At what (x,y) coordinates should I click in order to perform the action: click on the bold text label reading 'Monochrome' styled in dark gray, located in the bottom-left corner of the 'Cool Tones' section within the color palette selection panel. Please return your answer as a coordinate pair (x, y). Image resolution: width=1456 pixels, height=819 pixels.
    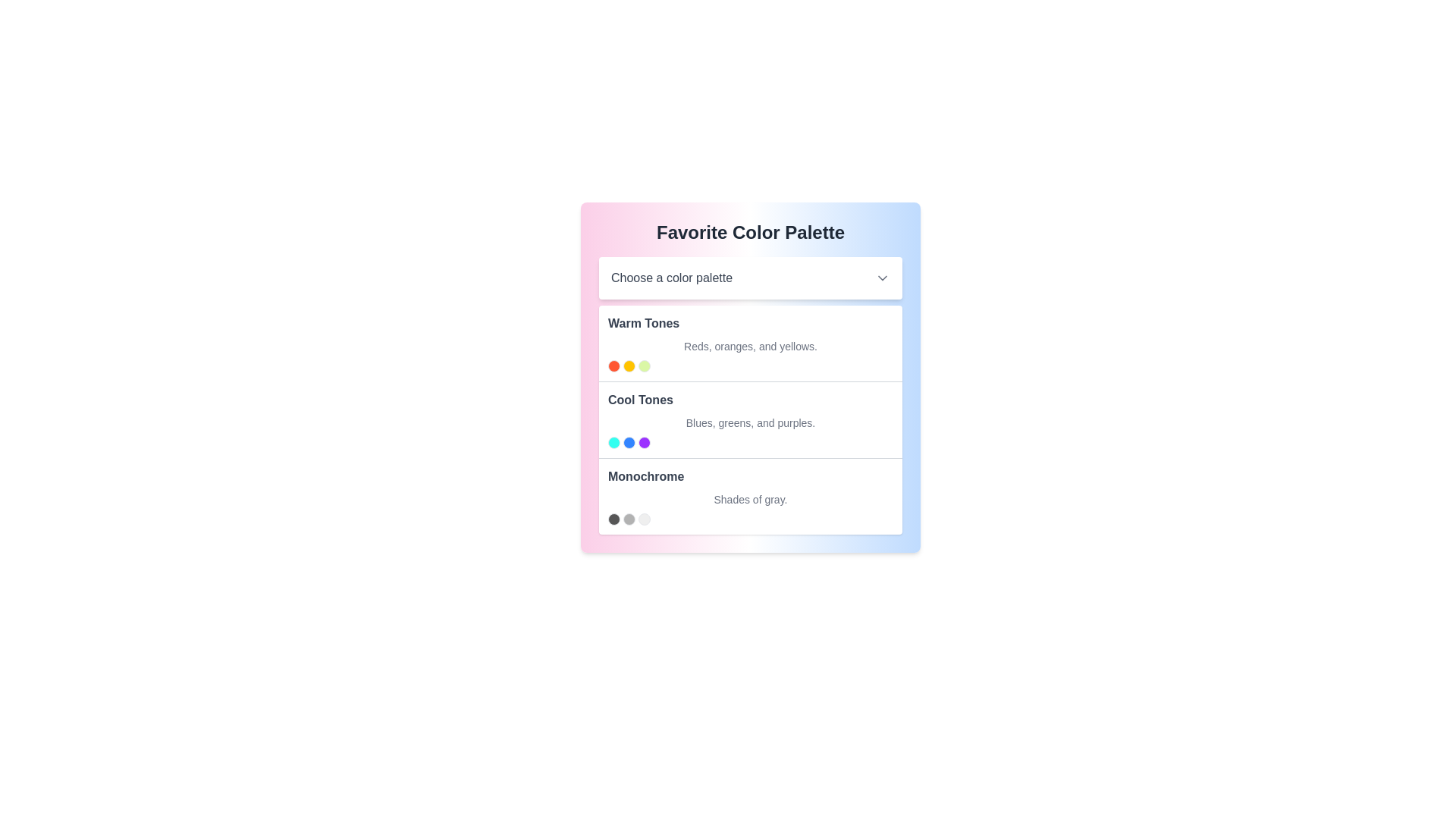
    Looking at the image, I should click on (646, 475).